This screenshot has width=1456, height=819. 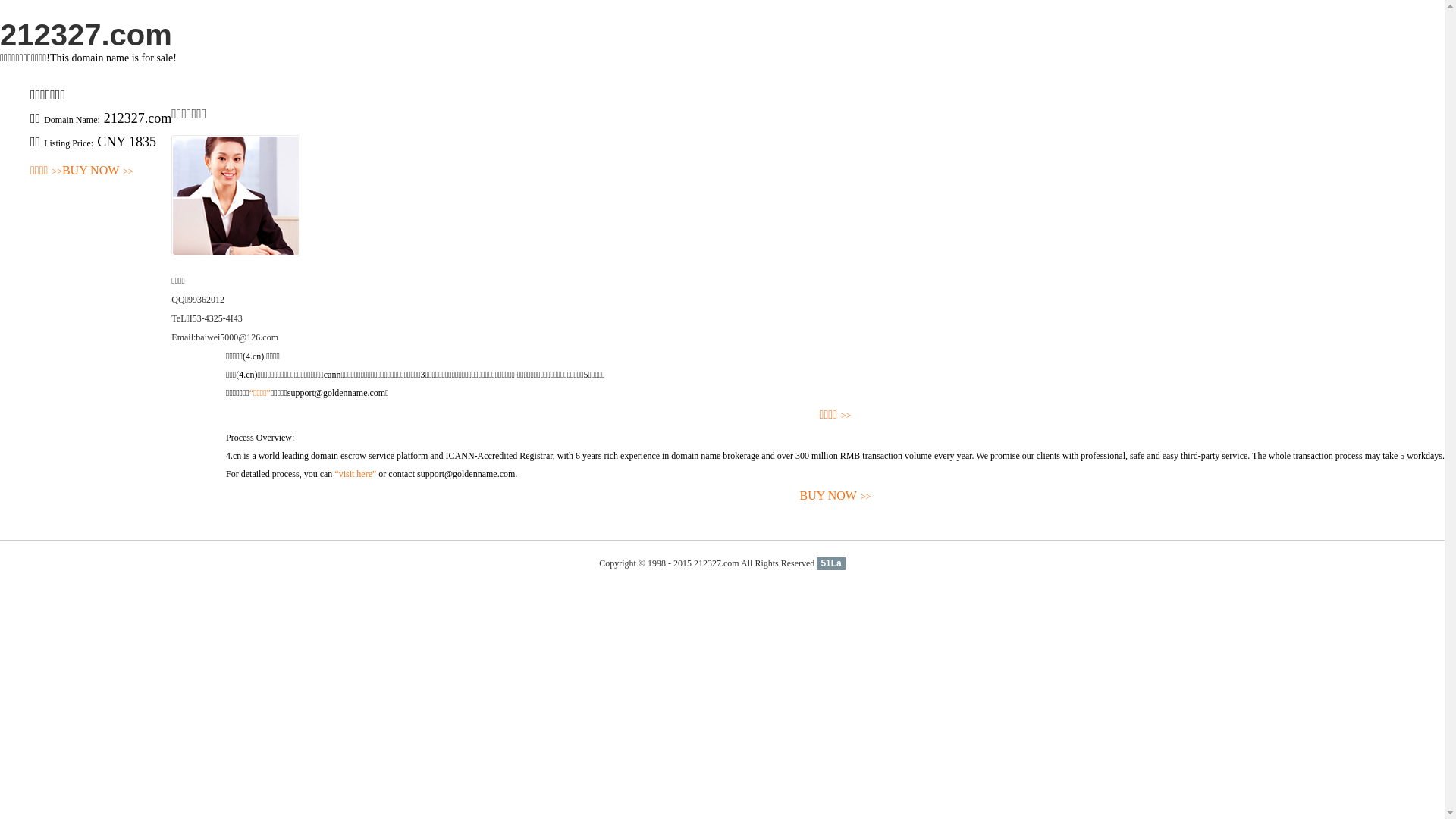 What do you see at coordinates (815, 563) in the screenshot?
I see `'51La'` at bounding box center [815, 563].